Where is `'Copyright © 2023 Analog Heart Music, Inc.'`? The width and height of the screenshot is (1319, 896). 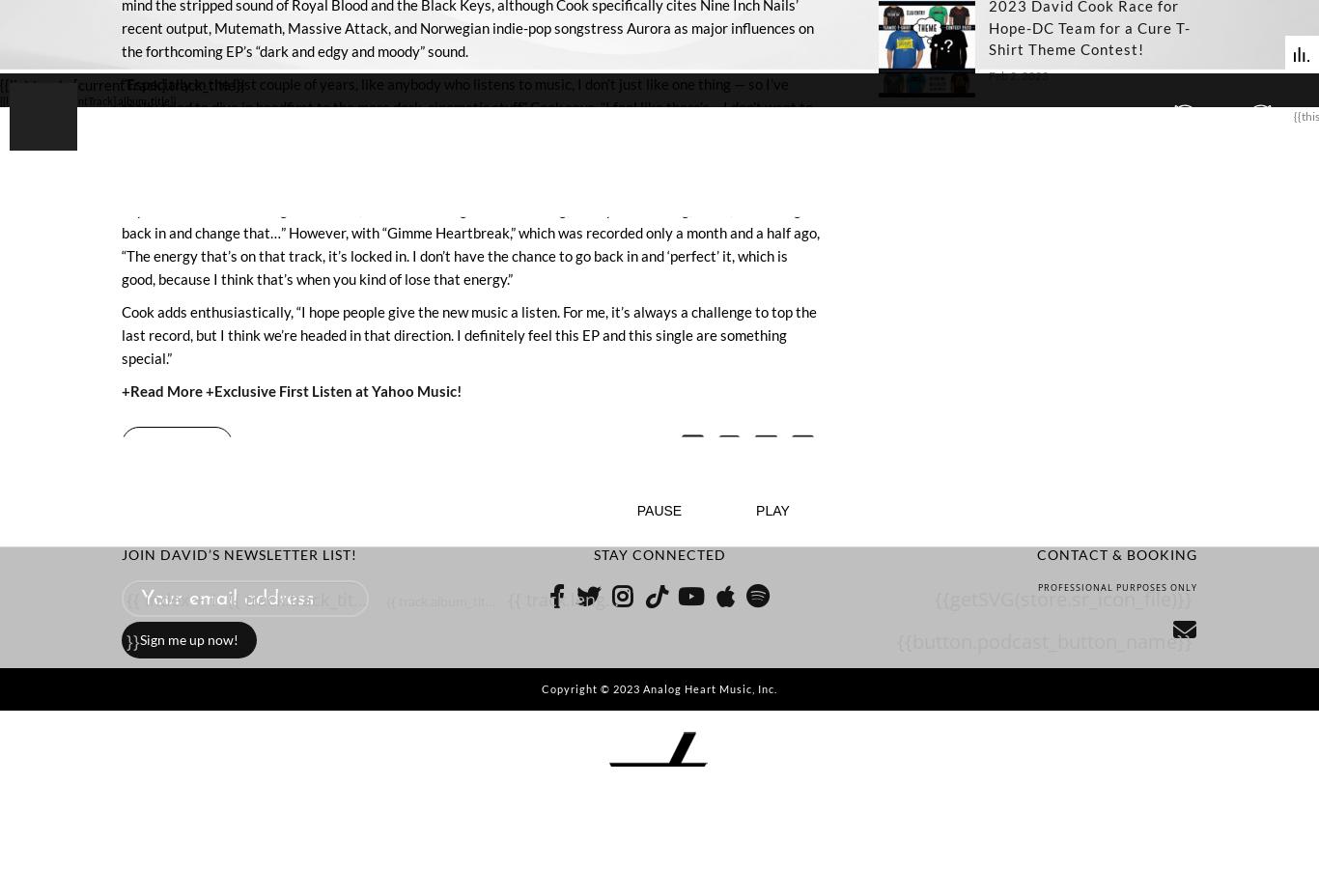
'Copyright © 2023 Analog Heart Music, Inc.' is located at coordinates (659, 687).